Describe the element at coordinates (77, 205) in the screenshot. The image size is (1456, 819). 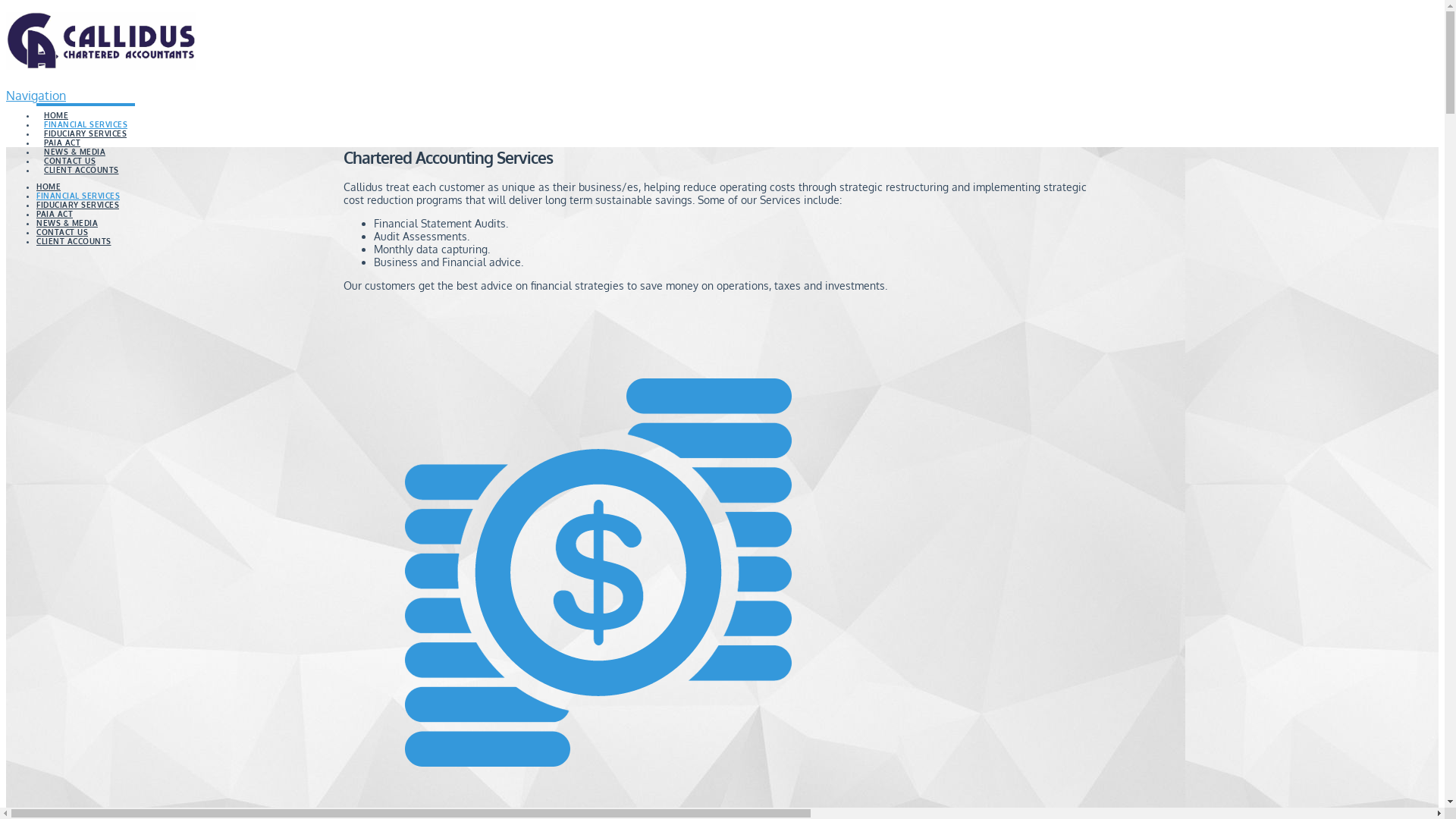
I see `'FIDUCIARY SERVICES'` at that location.